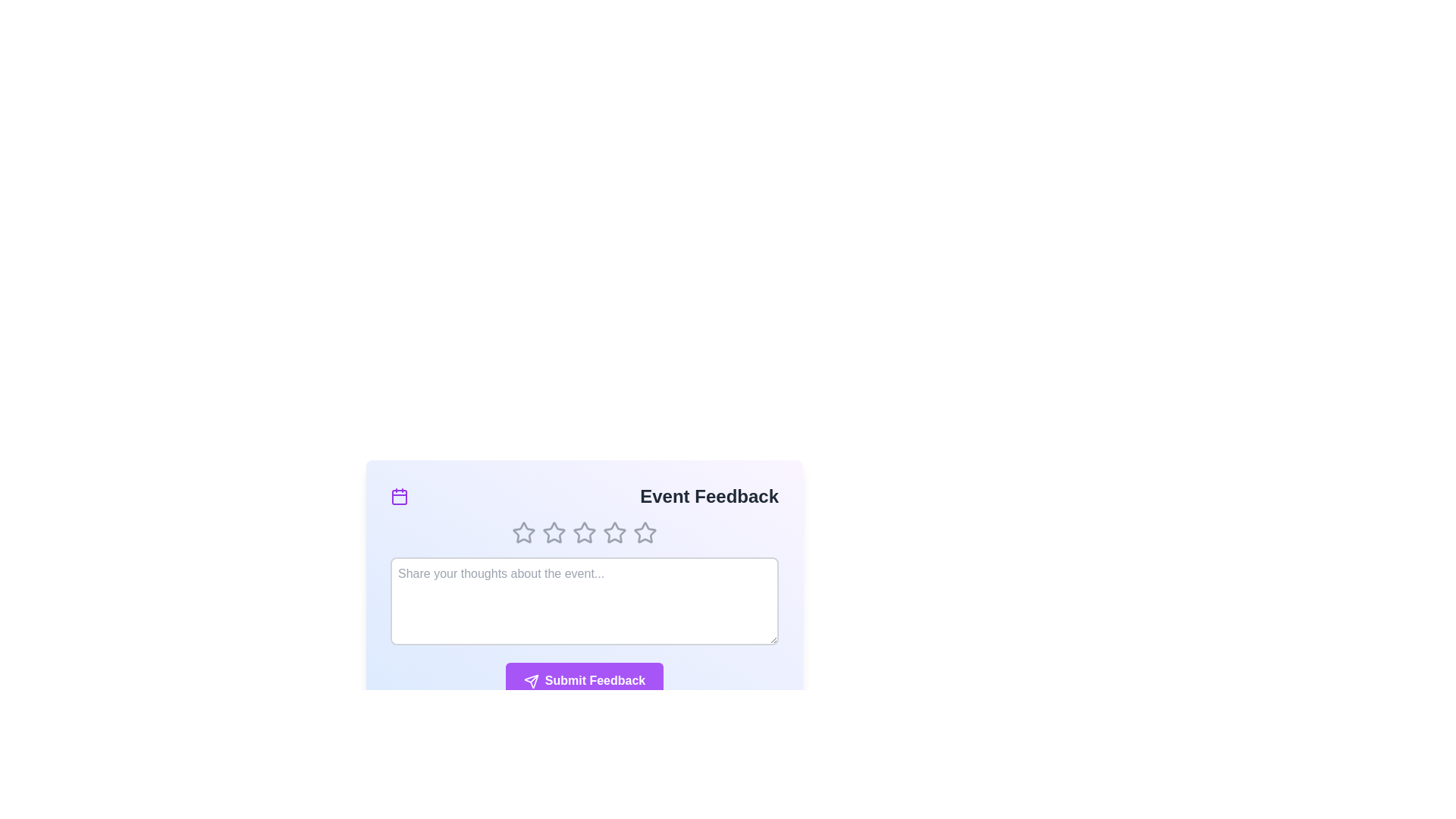  What do you see at coordinates (553, 532) in the screenshot?
I see `the second star icon used for providing a 2-star rating, located centrally below the 'Event Feedback' title` at bounding box center [553, 532].